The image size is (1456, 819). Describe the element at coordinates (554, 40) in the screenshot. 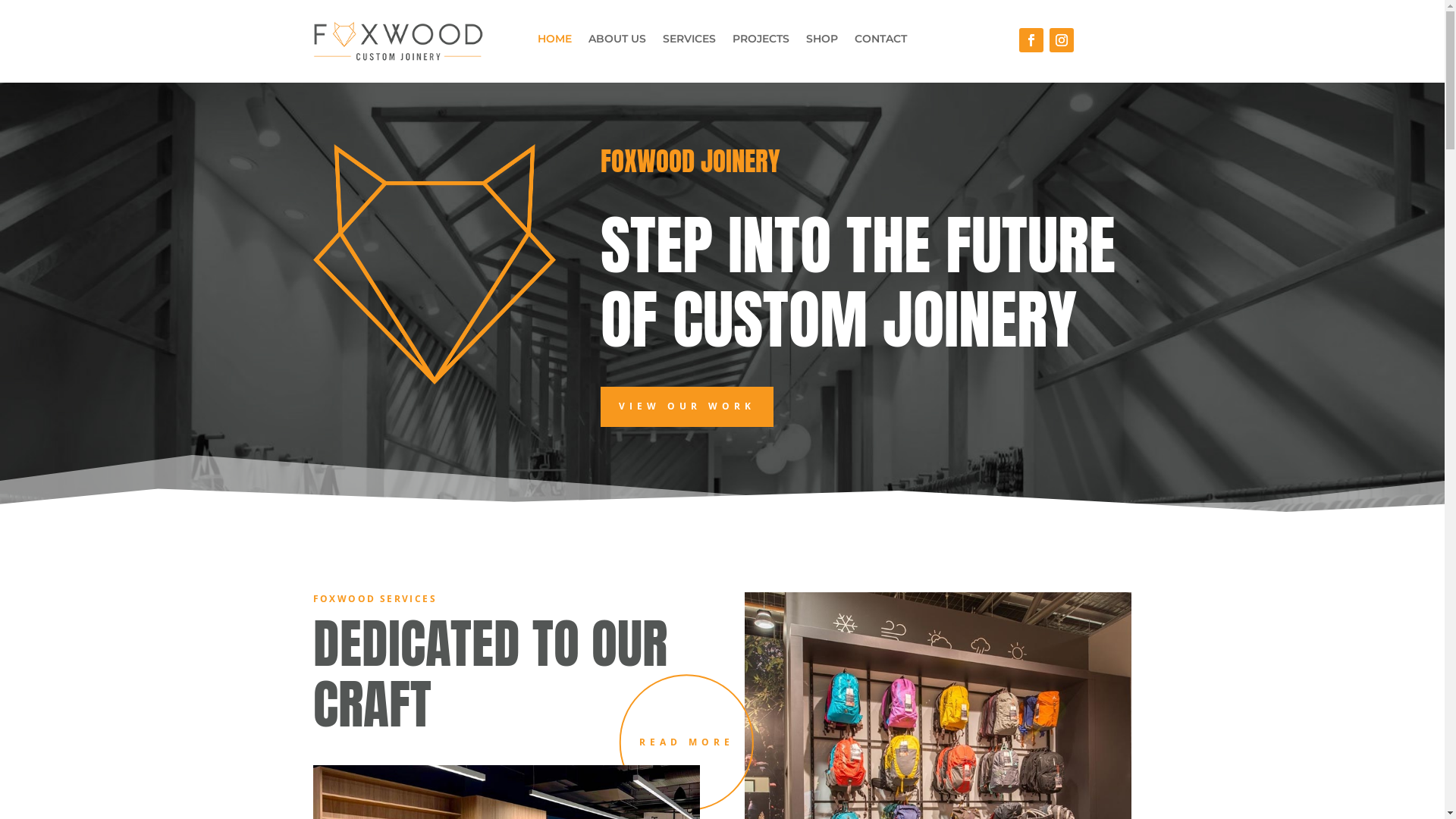

I see `'HOME'` at that location.